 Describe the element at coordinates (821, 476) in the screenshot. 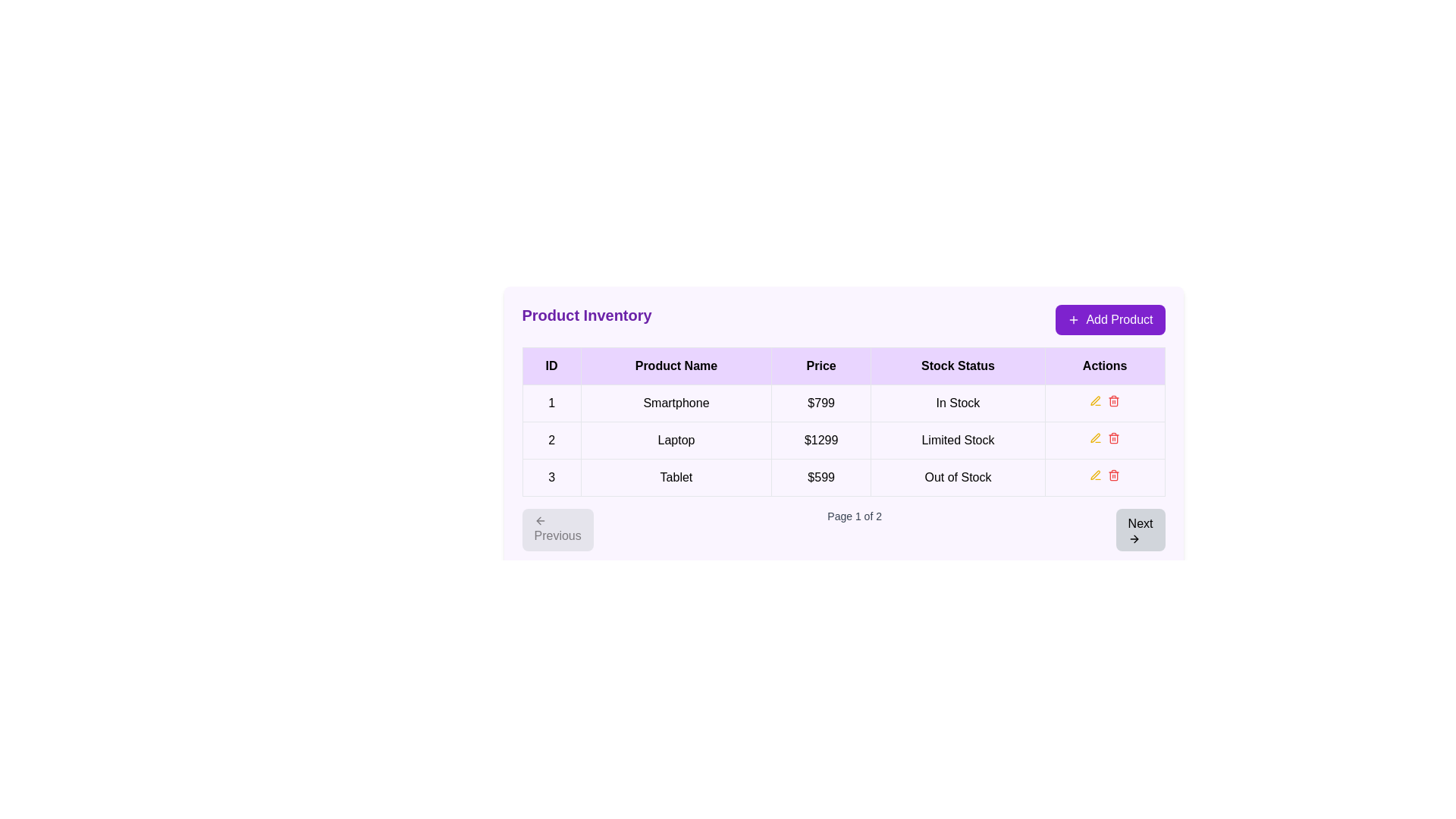

I see `the static text label displaying the price of the product (Tablet) located in the third row of the table under the 'Price' column to focus on the price information` at that location.